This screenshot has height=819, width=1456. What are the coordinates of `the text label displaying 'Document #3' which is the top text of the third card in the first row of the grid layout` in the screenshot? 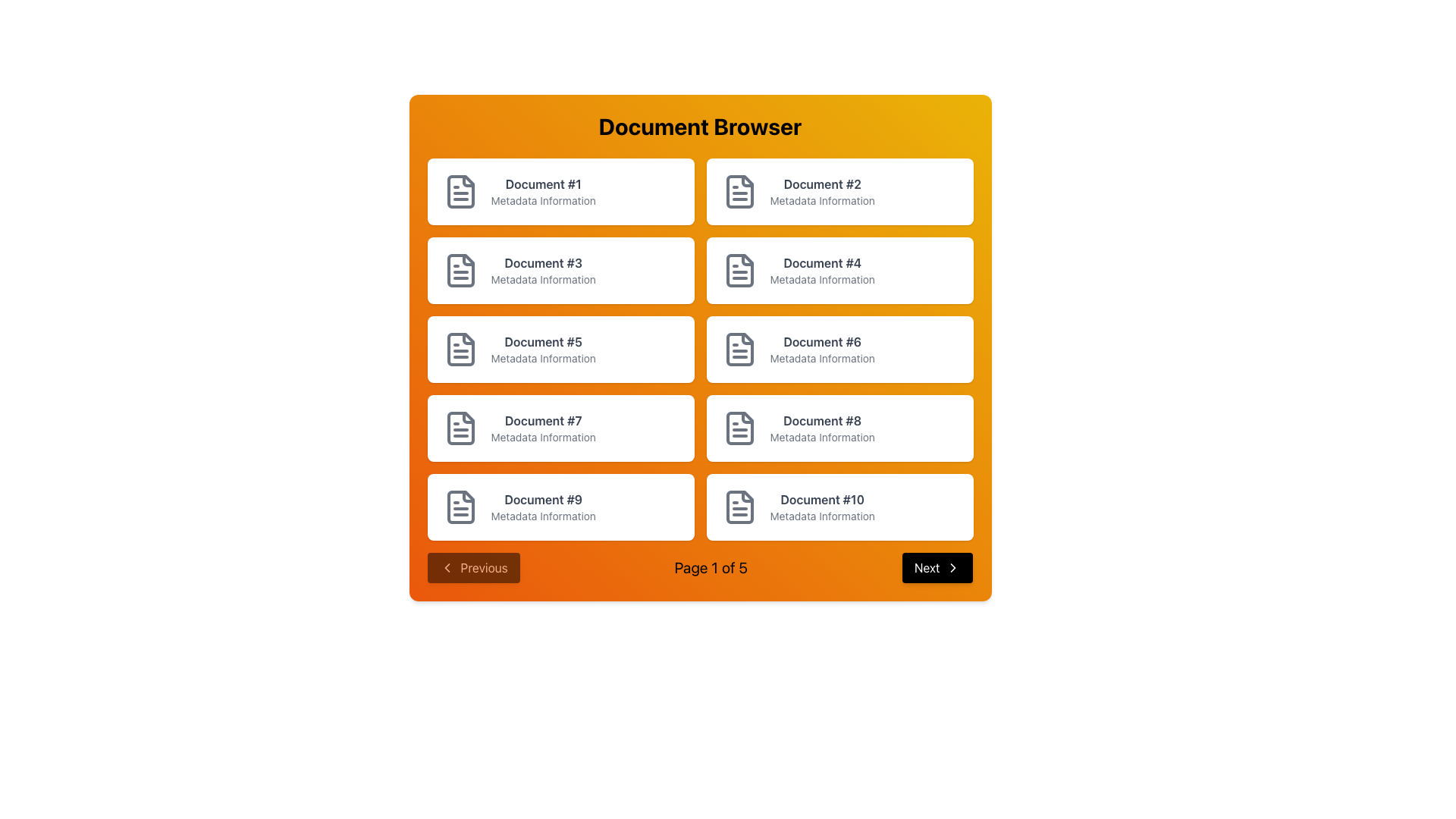 It's located at (543, 262).